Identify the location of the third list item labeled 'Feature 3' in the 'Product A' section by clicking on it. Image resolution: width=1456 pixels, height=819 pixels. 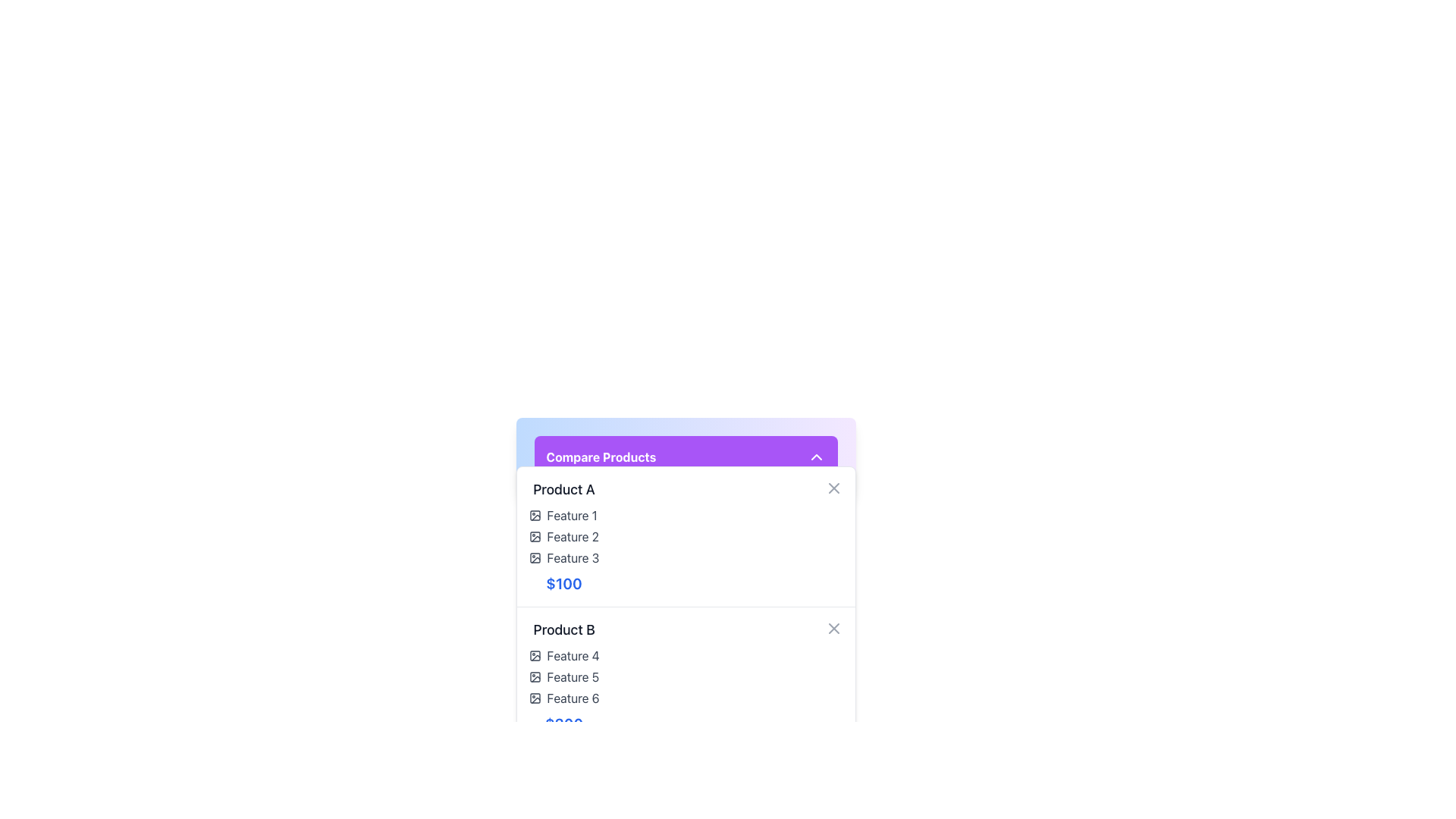
(563, 558).